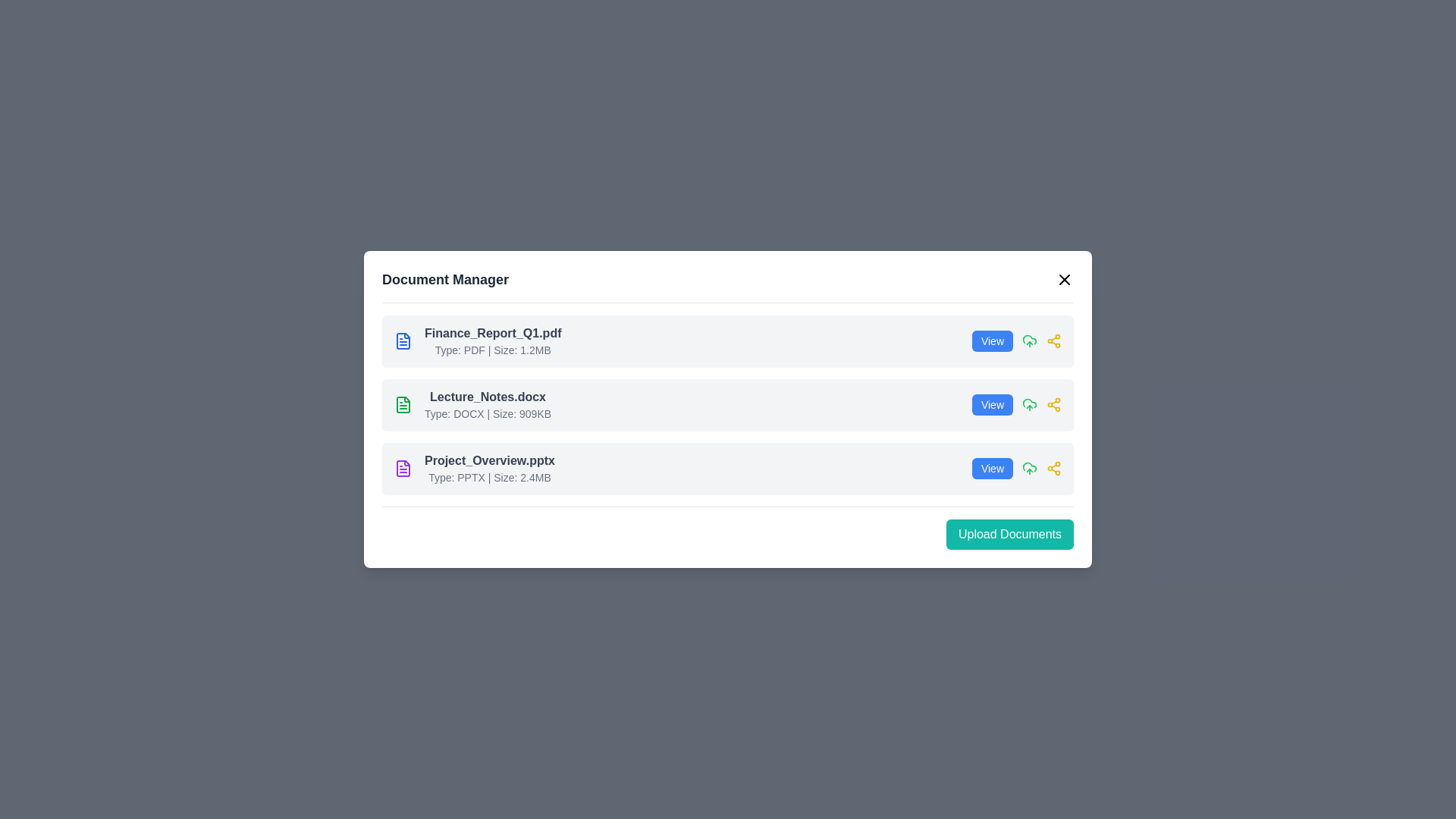 Image resolution: width=1456 pixels, height=819 pixels. I want to click on the static text label displaying 'Project_Overview.pptx', which is styled in medium gray and bolded, located at the top of a file entry in a vertical list, so click(489, 460).